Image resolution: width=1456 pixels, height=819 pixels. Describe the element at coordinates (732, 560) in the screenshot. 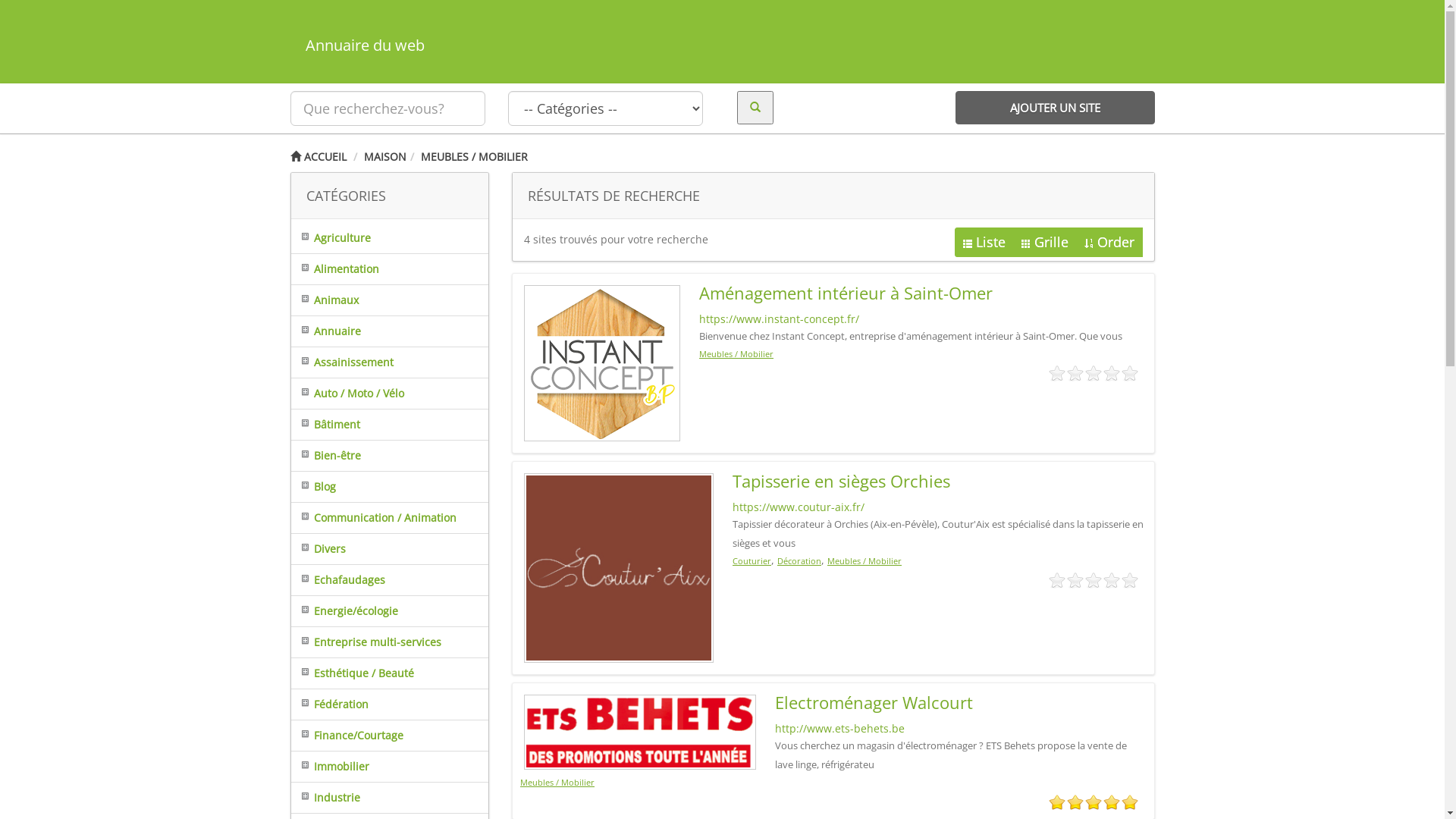

I see `'Couturier'` at that location.